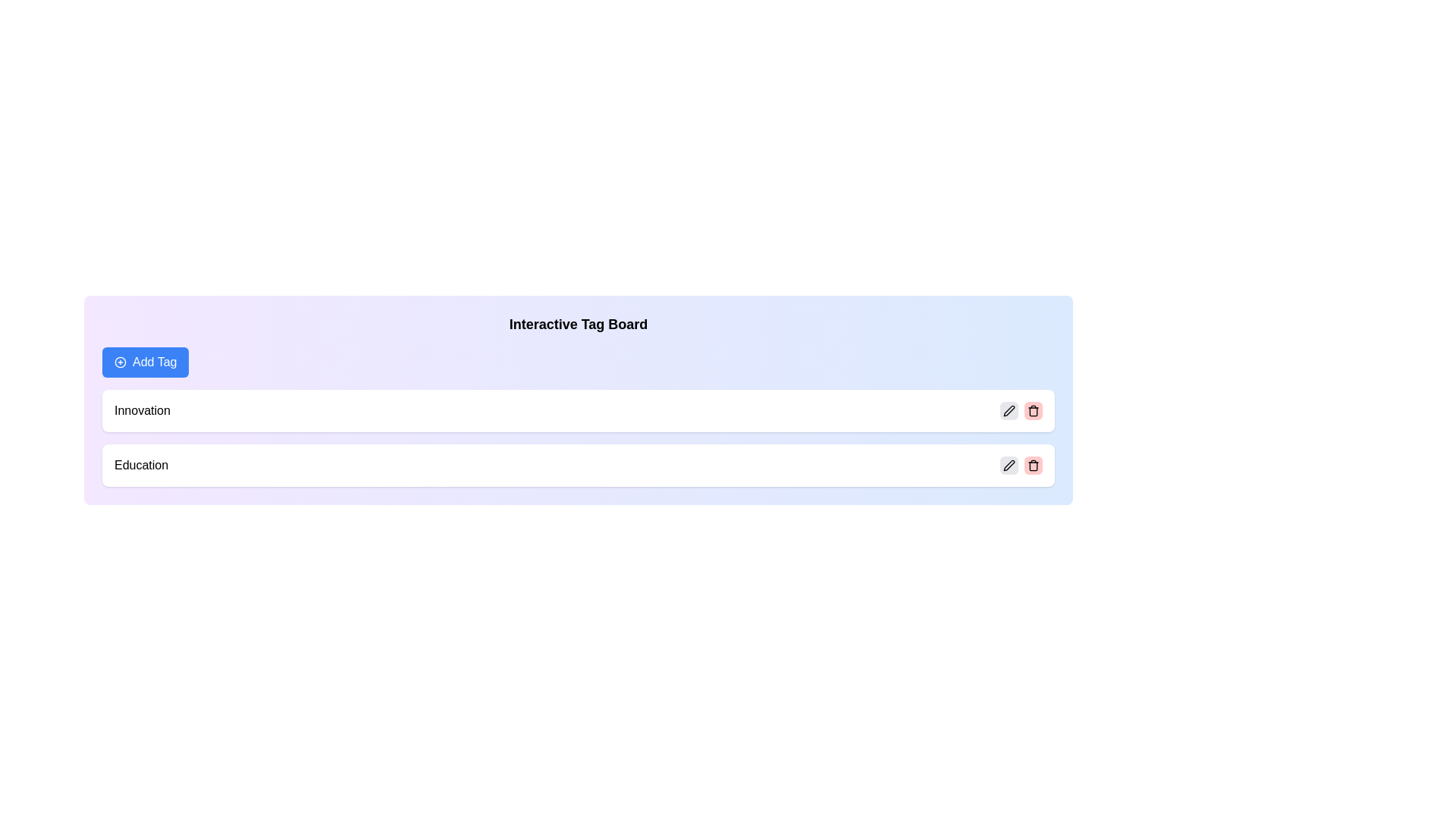 This screenshot has height=819, width=1456. I want to click on trash icon for the tag Education to remove it, so click(1033, 464).